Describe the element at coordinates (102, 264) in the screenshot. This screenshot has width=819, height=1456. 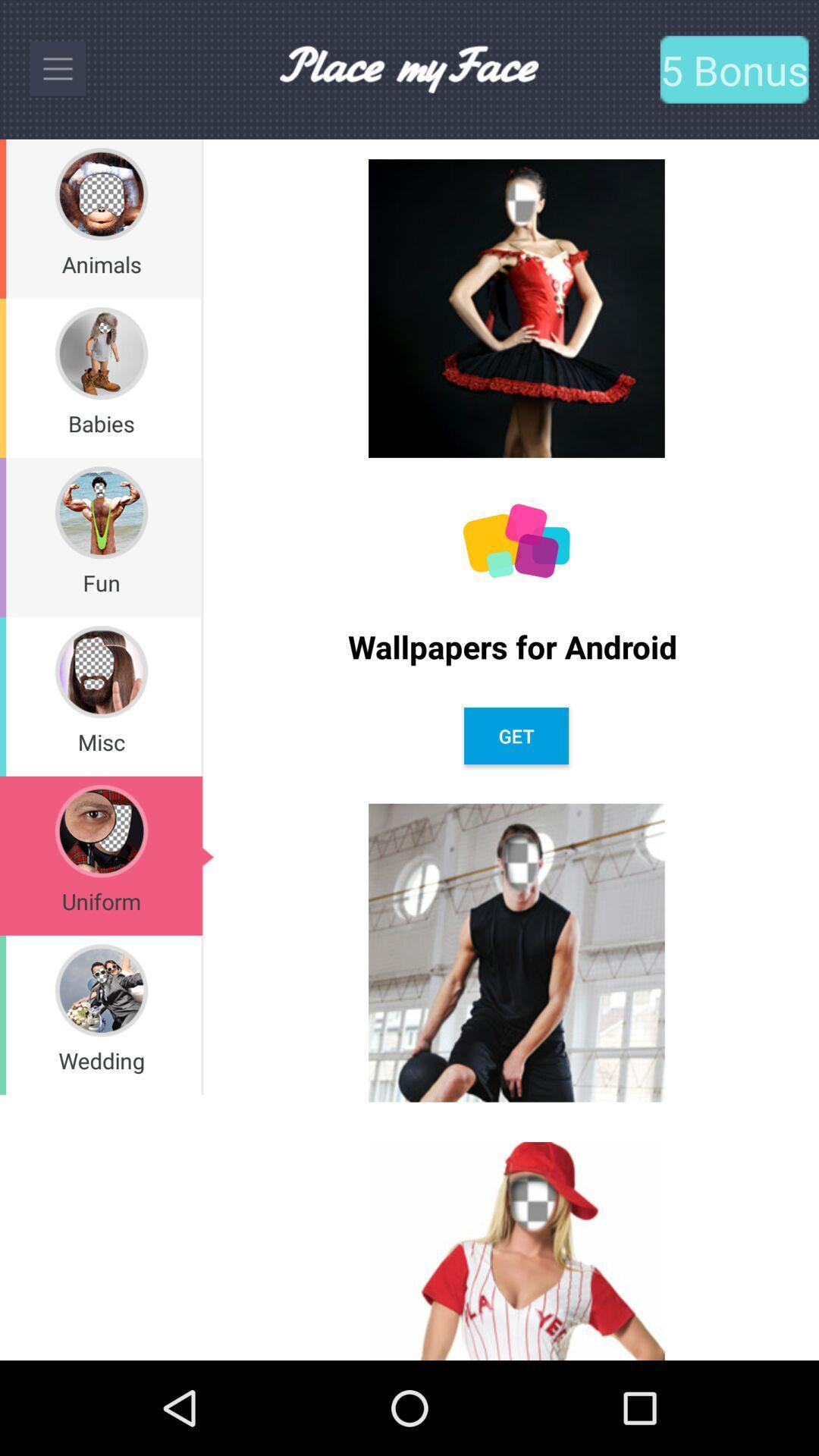
I see `animals app` at that location.